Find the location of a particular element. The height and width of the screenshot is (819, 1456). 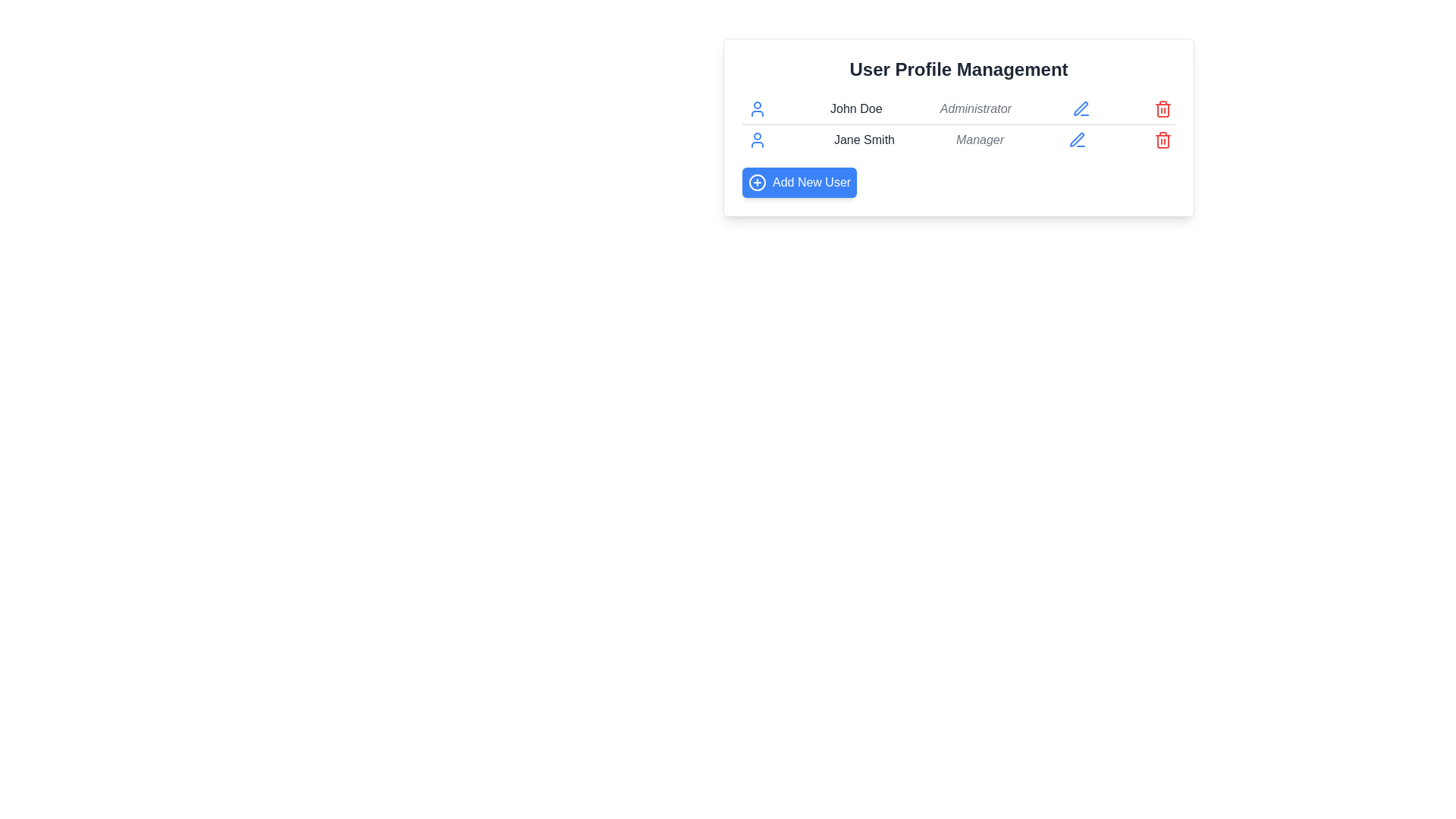

the static text label displaying 'Jane Smith' in the user profile list, located in the second row between a blue user icon and the text 'Manager' is located at coordinates (864, 140).